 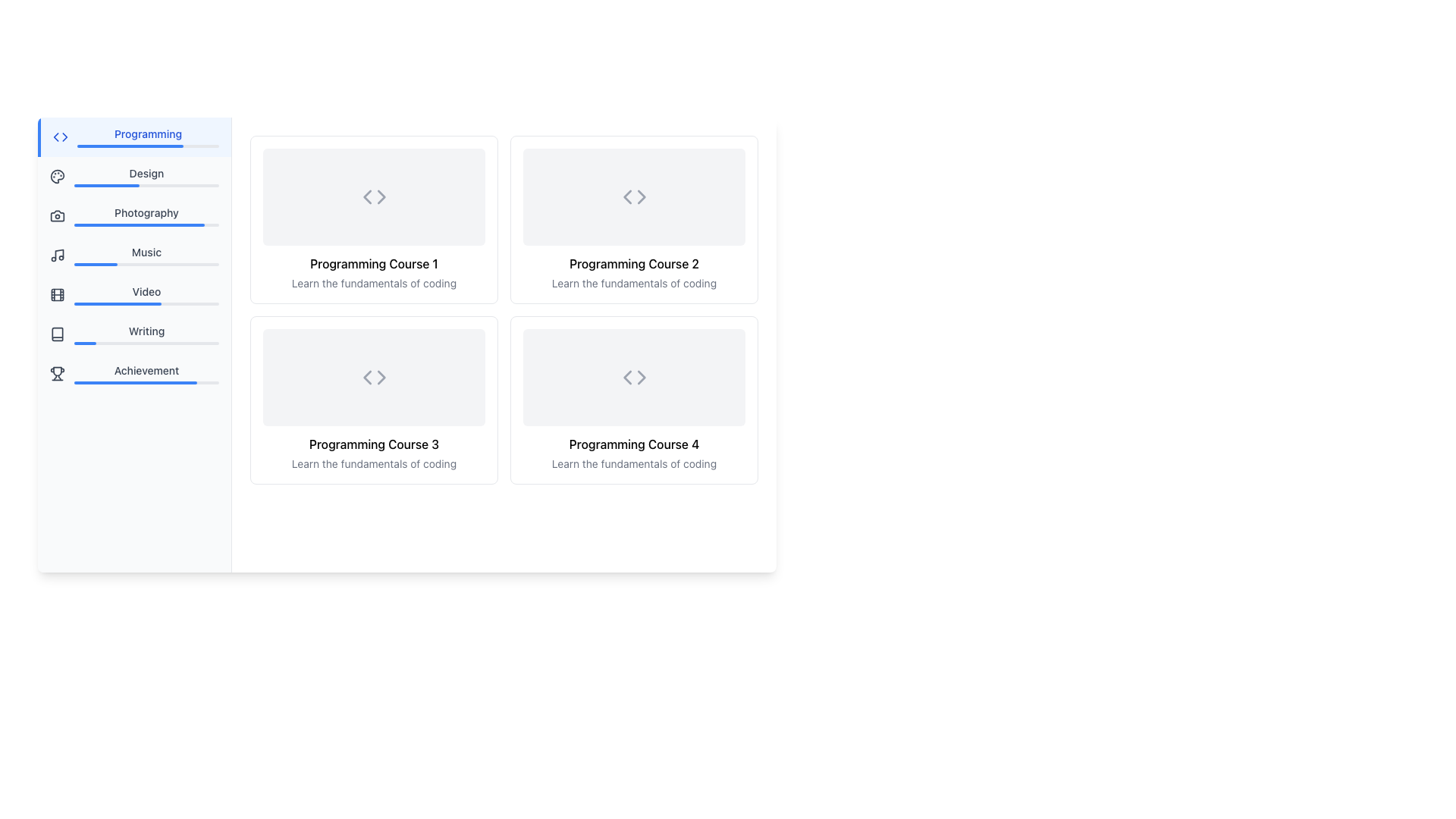 I want to click on the title text 'Programming Course 2' within the second card in a grid layout of four cards, which is displayed in bold and centered horizontally, so click(x=634, y=262).